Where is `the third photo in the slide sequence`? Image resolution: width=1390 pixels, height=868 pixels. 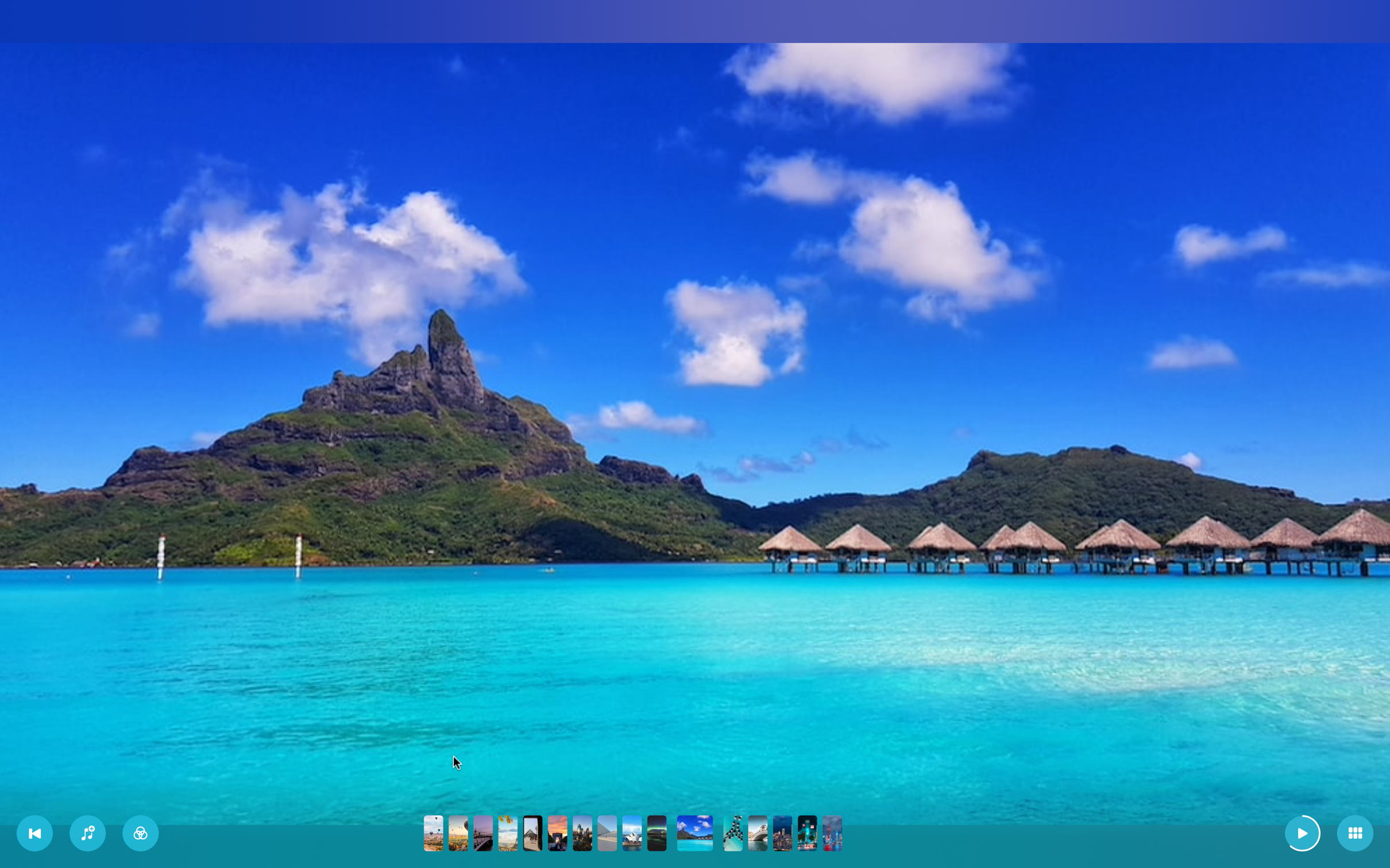
the third photo in the slide sequence is located at coordinates (483, 832).